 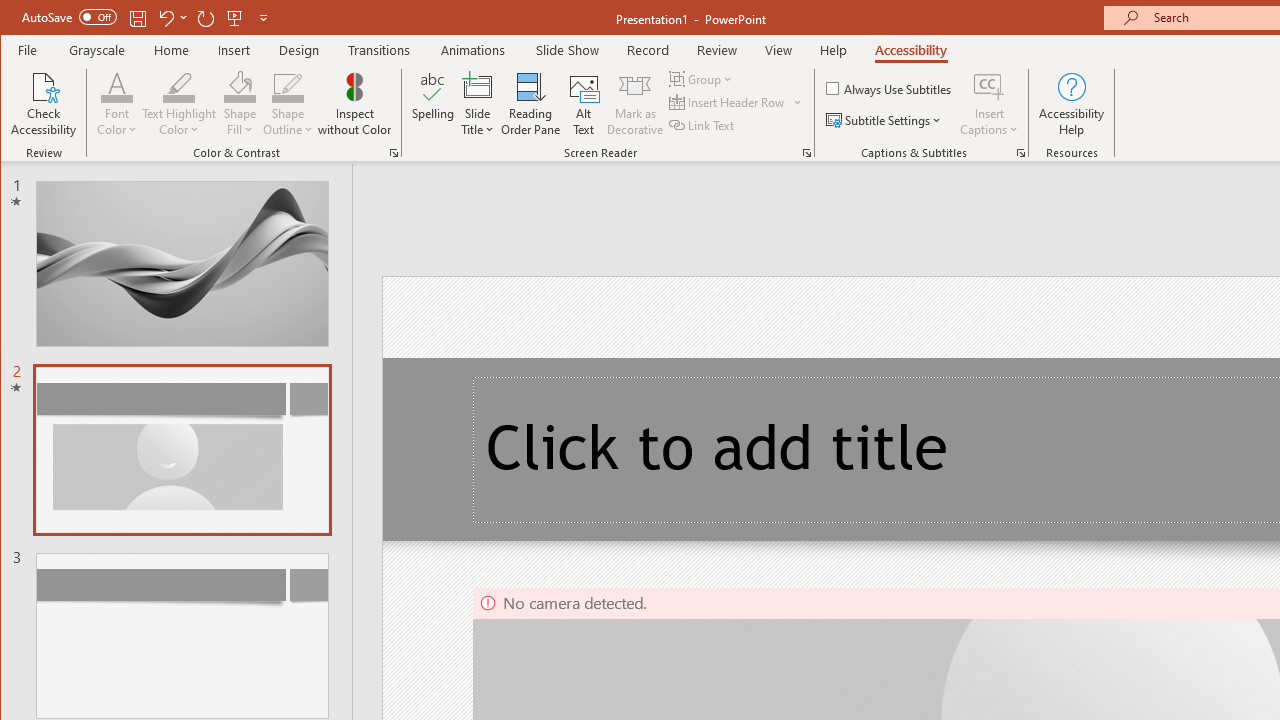 What do you see at coordinates (1071, 104) in the screenshot?
I see `'Accessibility Help'` at bounding box center [1071, 104].